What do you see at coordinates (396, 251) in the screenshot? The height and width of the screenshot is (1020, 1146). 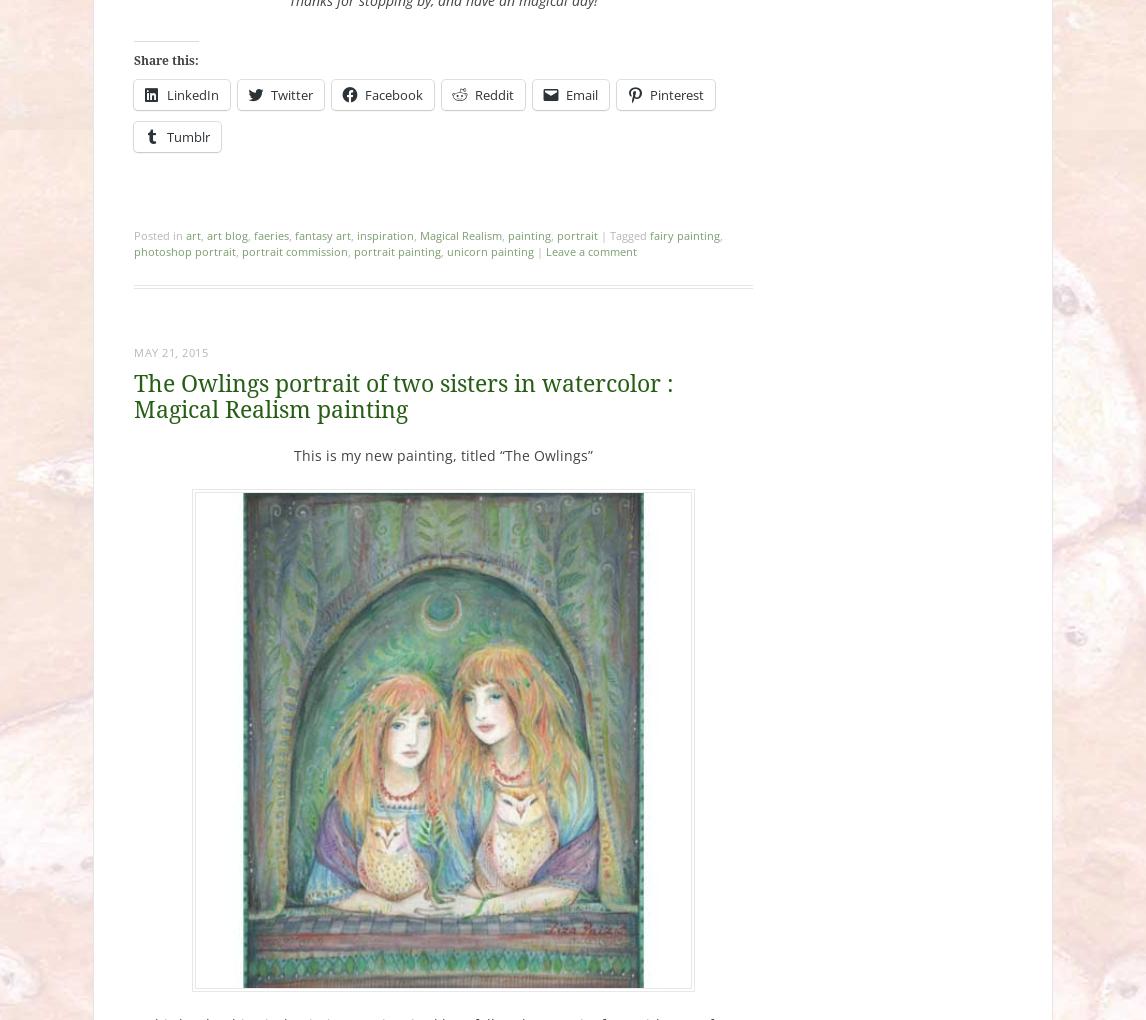 I see `'portrait painting'` at bounding box center [396, 251].